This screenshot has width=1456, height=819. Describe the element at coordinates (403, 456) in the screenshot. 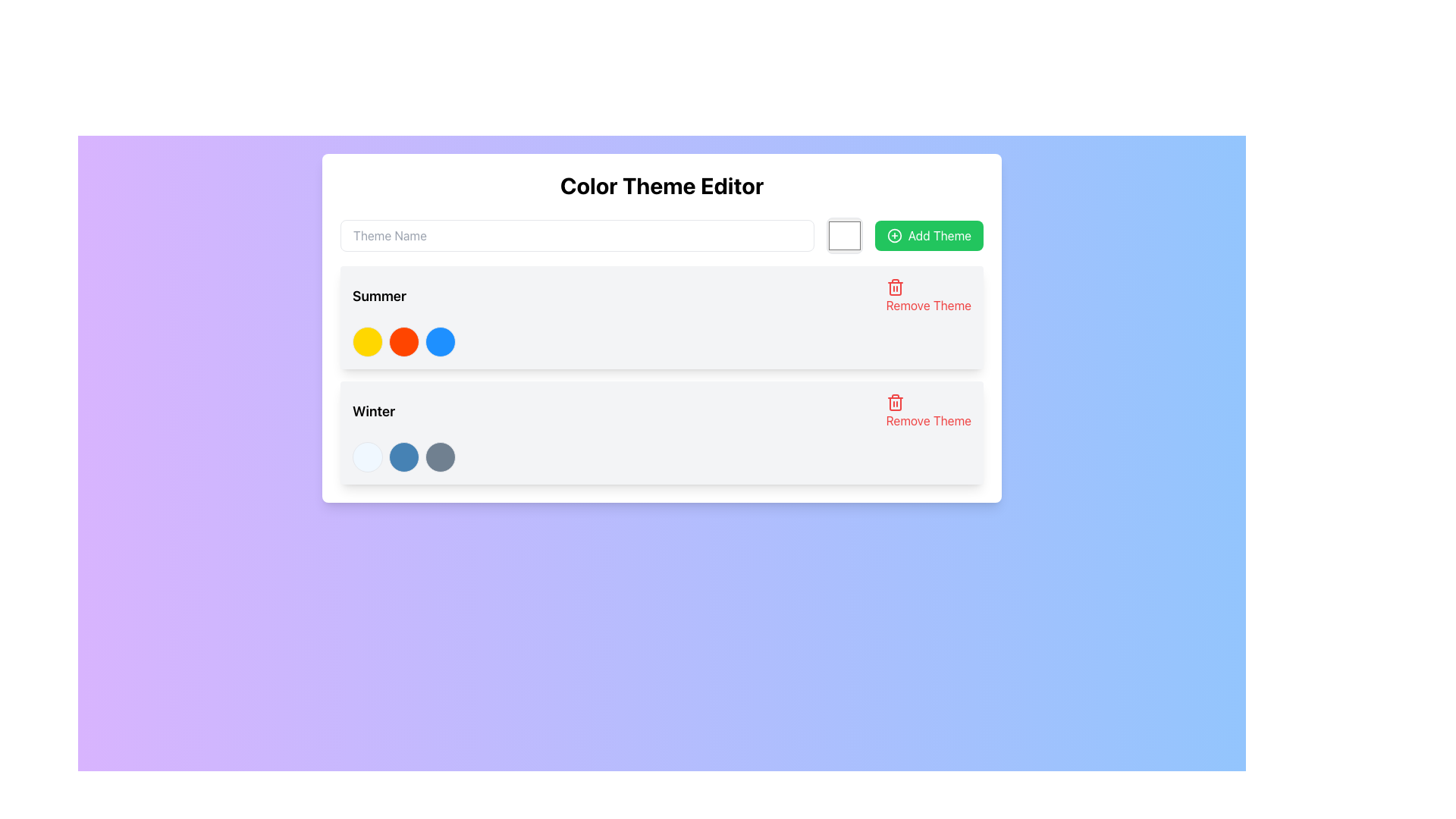

I see `the second interactive color selection button with a blue background, located in the 'Winter' section of the interface` at that location.